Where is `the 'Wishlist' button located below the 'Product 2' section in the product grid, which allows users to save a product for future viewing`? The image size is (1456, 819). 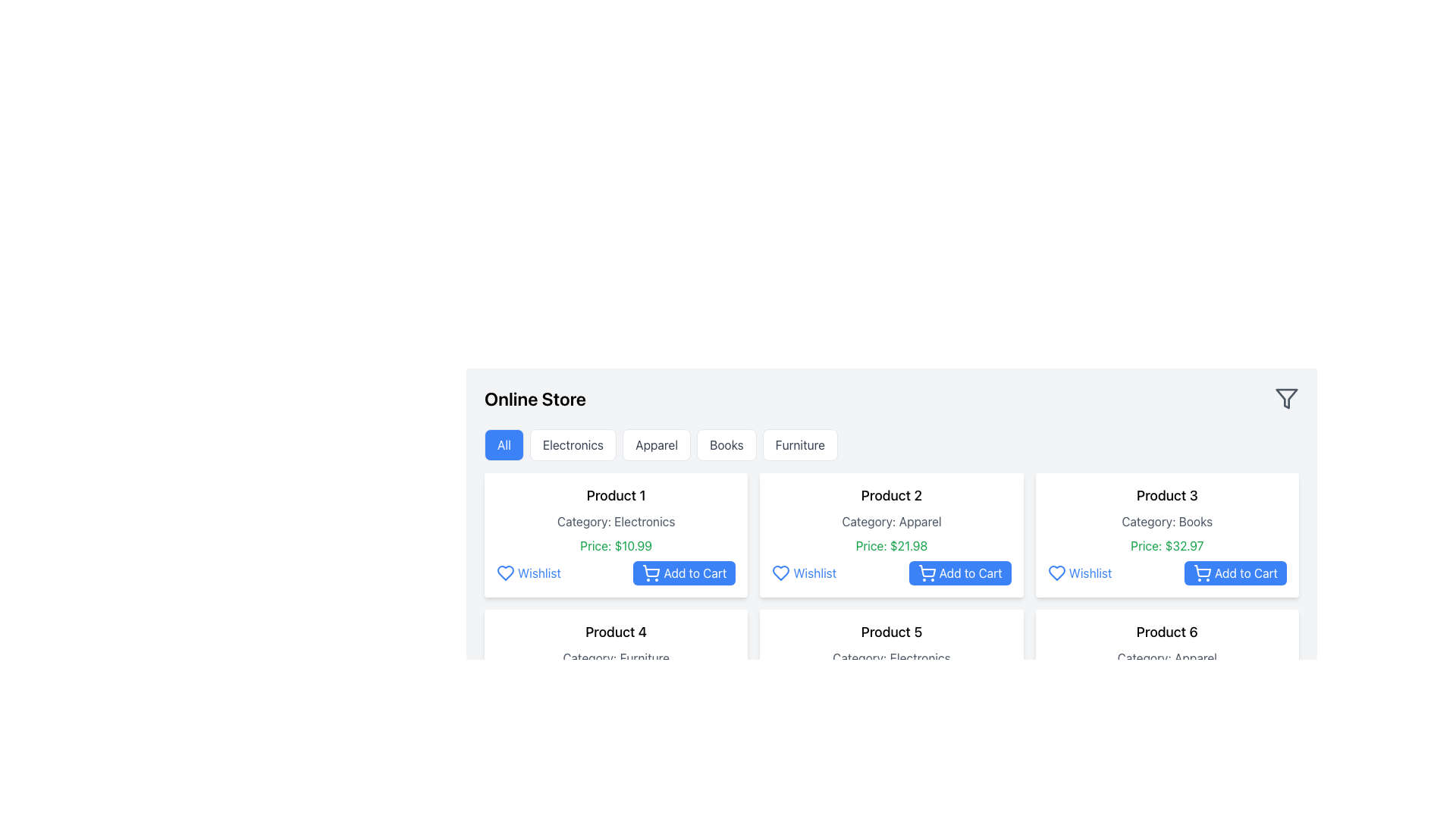 the 'Wishlist' button located below the 'Product 2' section in the product grid, which allows users to save a product for future viewing is located at coordinates (781, 573).